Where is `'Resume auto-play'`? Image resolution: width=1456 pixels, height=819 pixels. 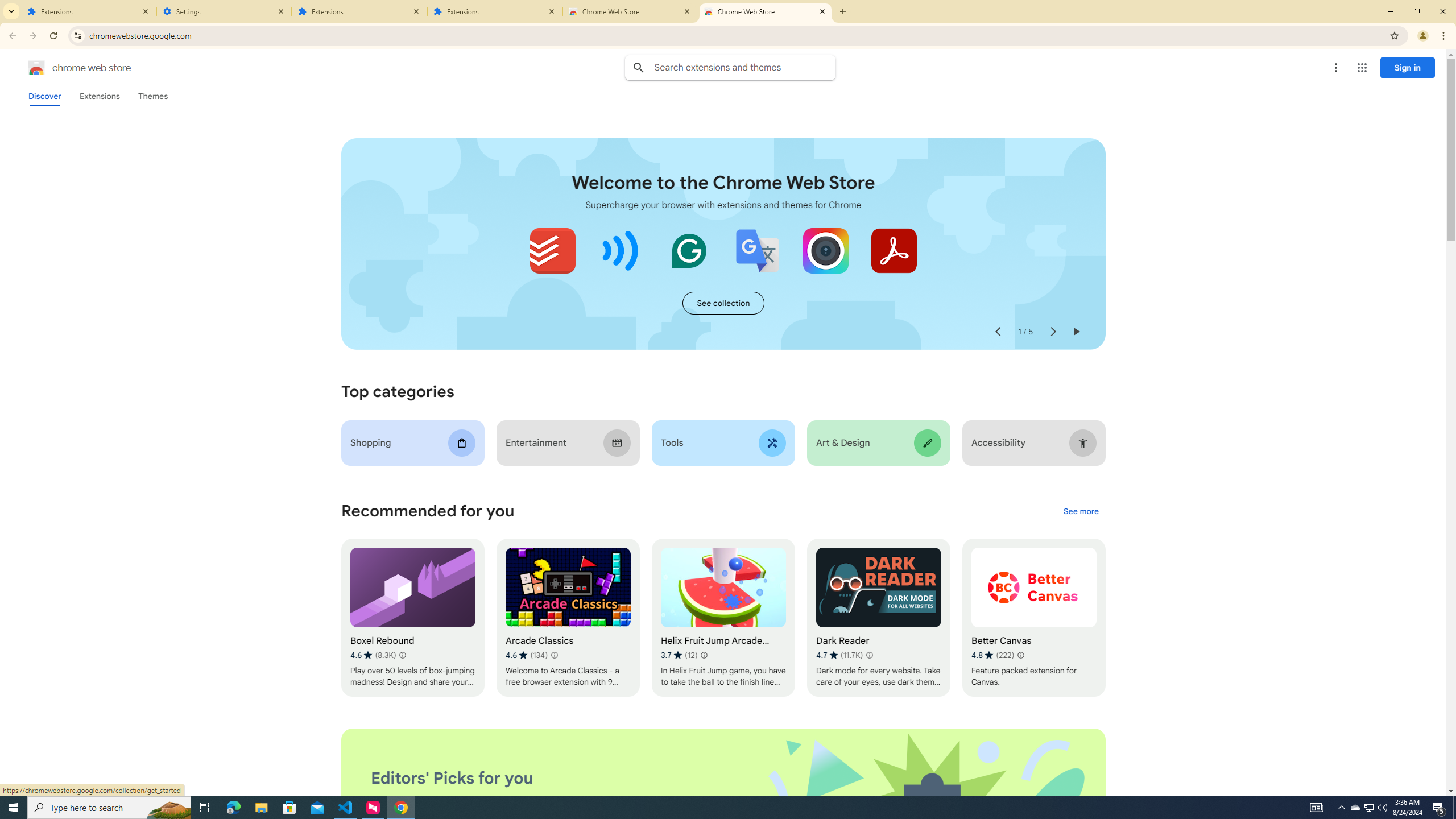
'Resume auto-play' is located at coordinates (1076, 331).